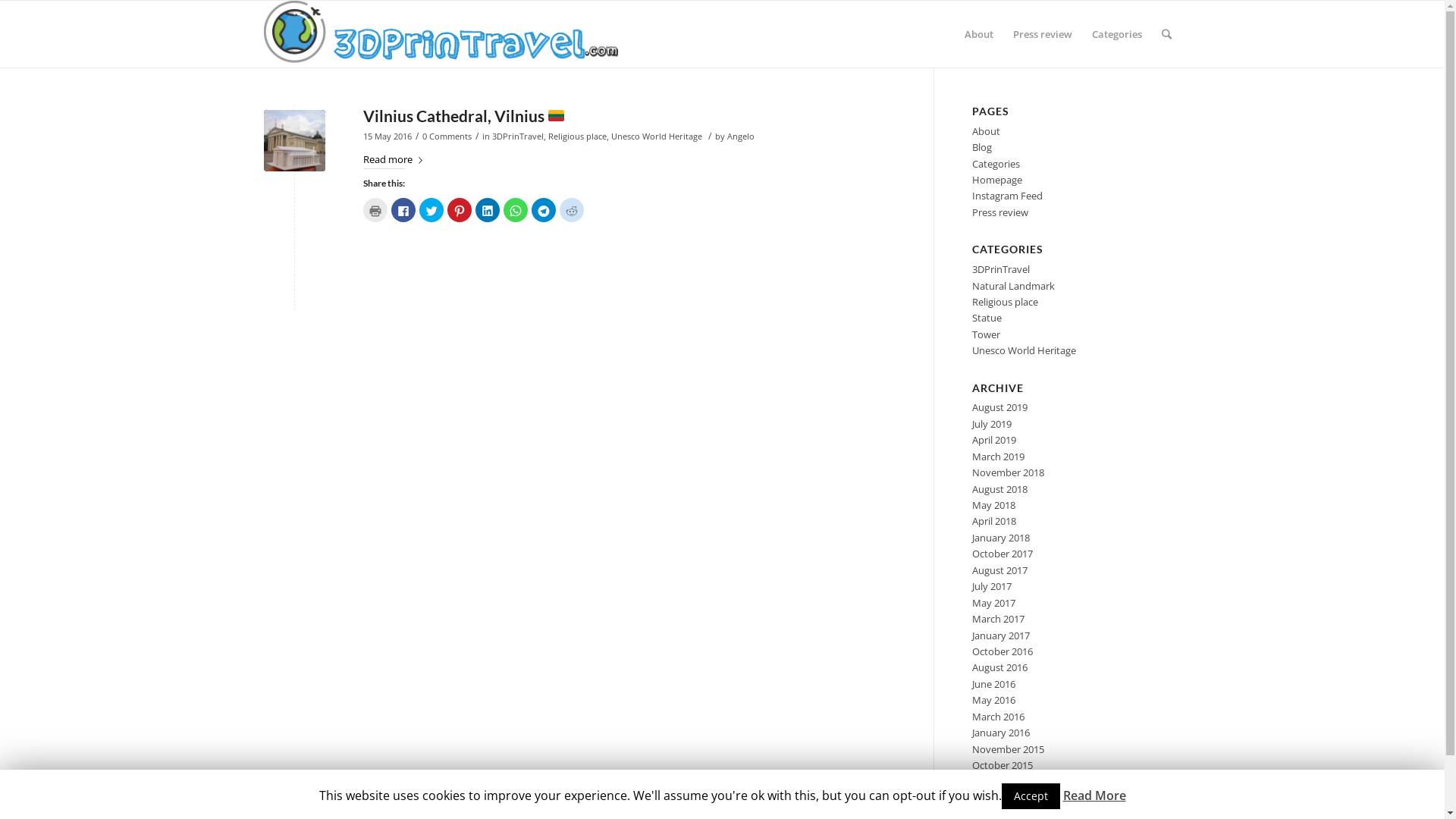  I want to click on 'August 2016', so click(971, 666).